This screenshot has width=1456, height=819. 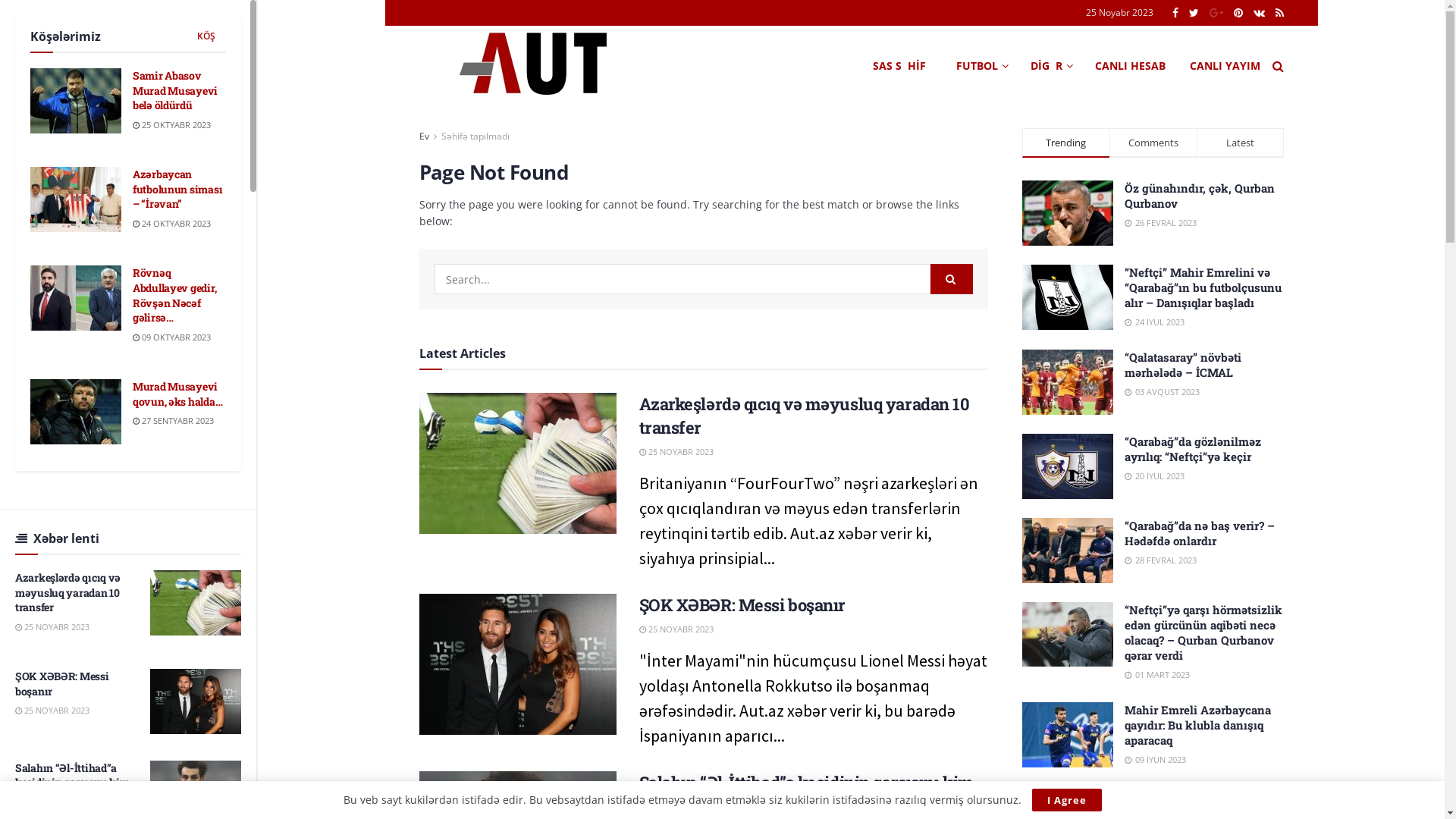 I want to click on 'I Agree', so click(x=1031, y=799).